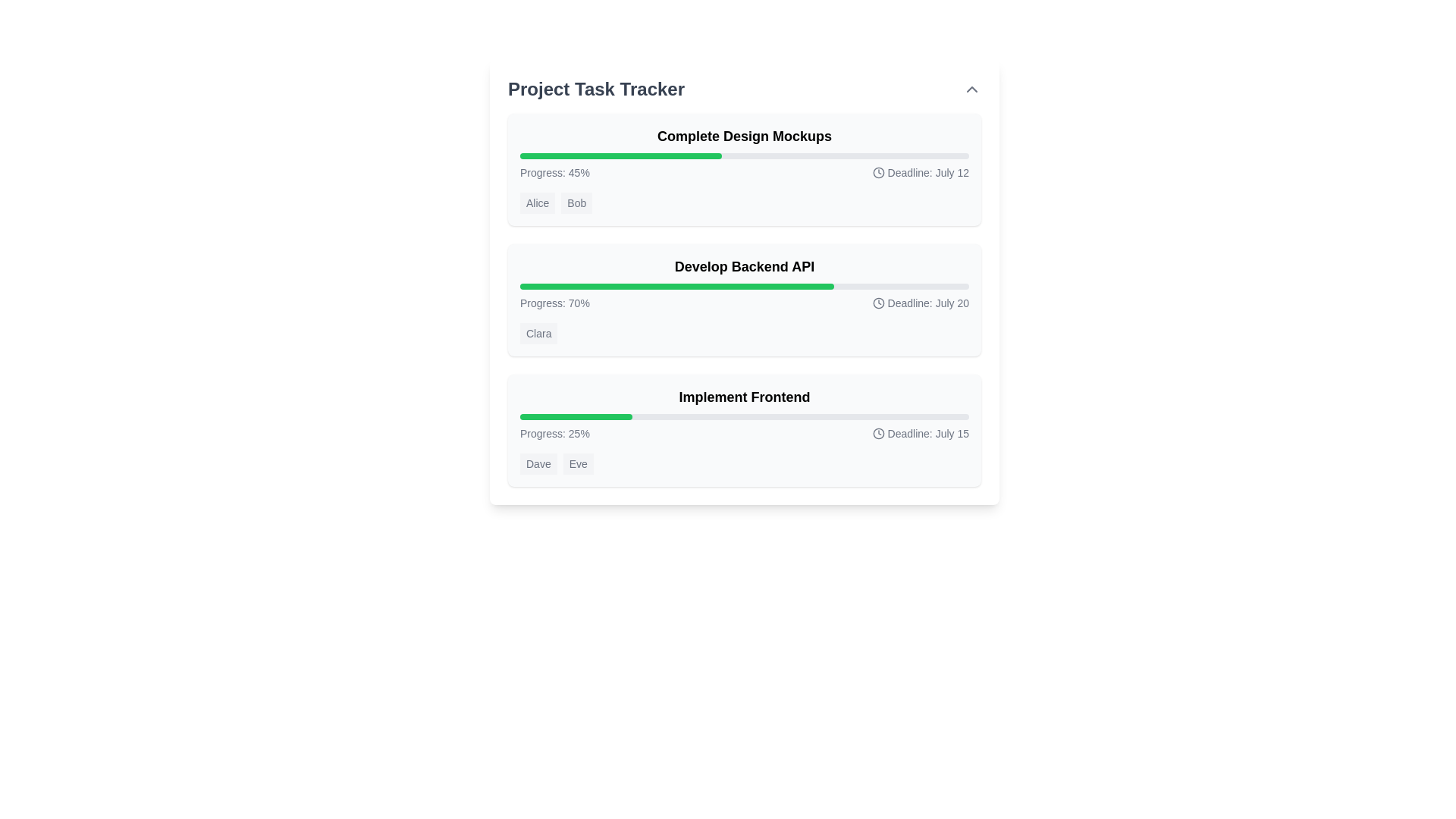  What do you see at coordinates (554, 171) in the screenshot?
I see `the text label displaying the progress percentage of a task, which shows 'Progress: 45% Deadline: July 12' and is located in the top task box labeled 'Complete Design Mockups'` at bounding box center [554, 171].